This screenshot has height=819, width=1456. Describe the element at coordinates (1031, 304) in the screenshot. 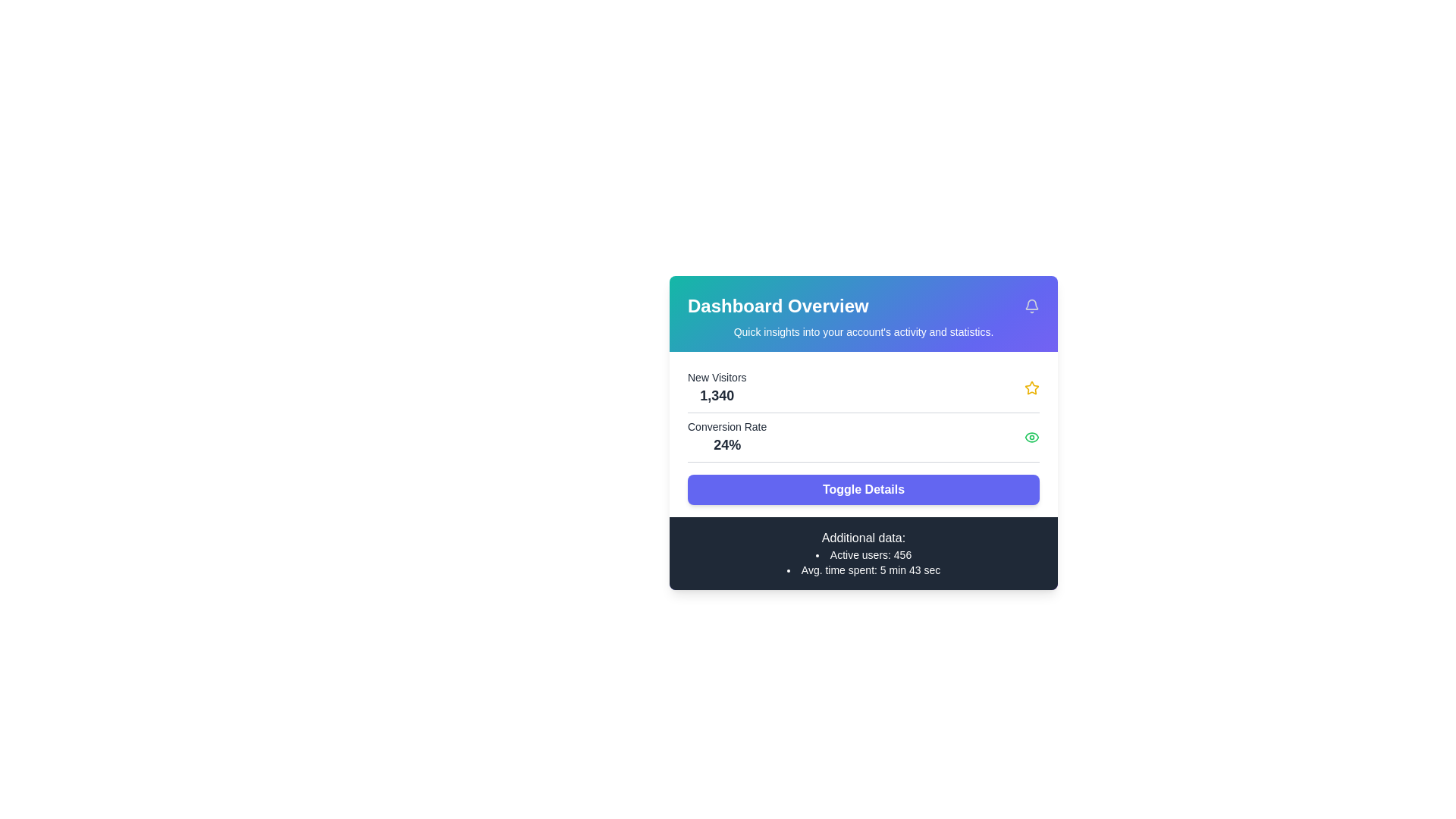

I see `the bell icon located at the top-right corner of the dashboard card layout, next to the title 'Dashboard Overview'` at that location.